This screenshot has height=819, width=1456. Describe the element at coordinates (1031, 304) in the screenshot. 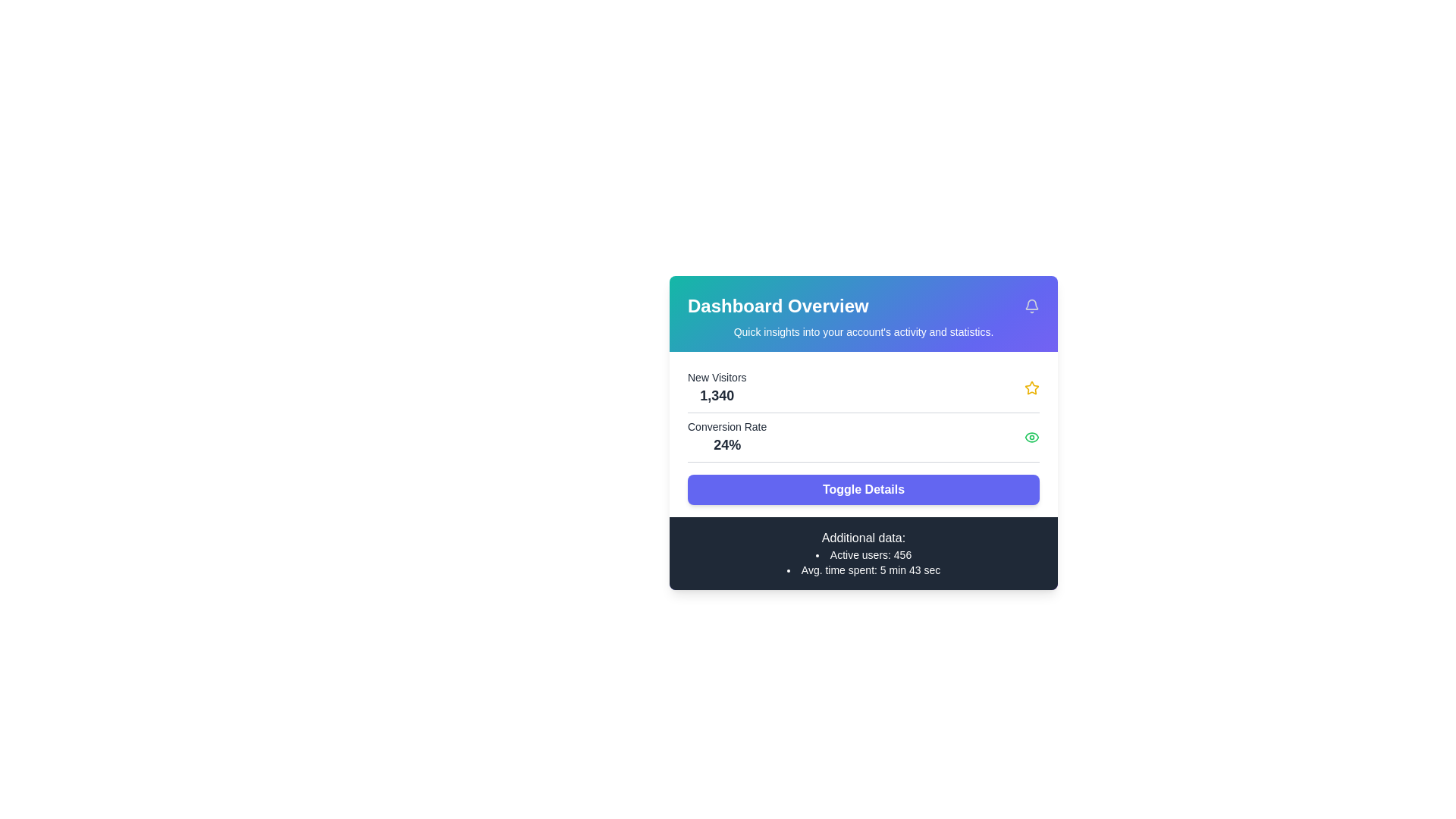

I see `the bell icon located at the top-right corner of the dashboard card layout, next to the title 'Dashboard Overview'` at that location.